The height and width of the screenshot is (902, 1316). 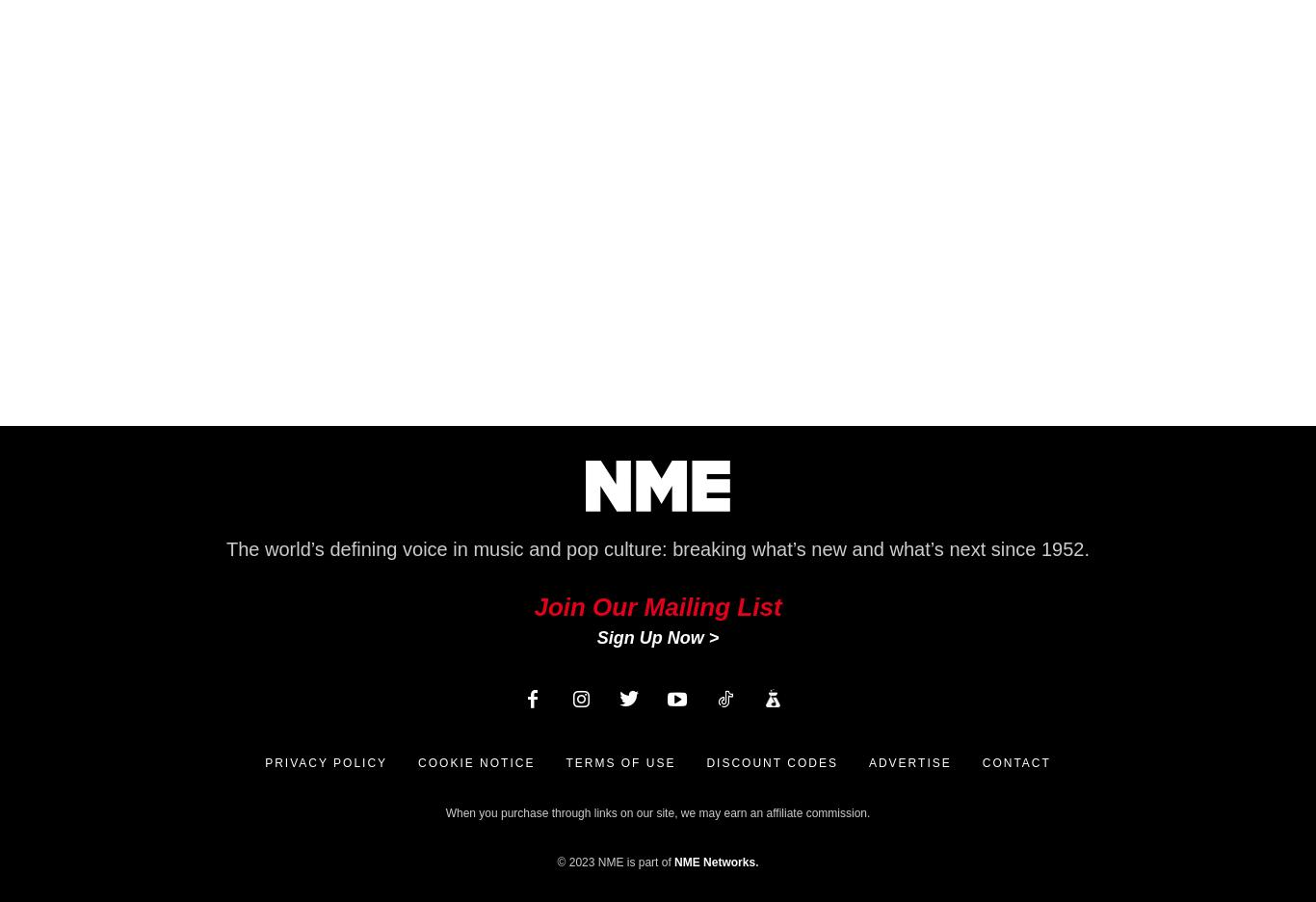 What do you see at coordinates (771, 762) in the screenshot?
I see `'Discount Codes'` at bounding box center [771, 762].